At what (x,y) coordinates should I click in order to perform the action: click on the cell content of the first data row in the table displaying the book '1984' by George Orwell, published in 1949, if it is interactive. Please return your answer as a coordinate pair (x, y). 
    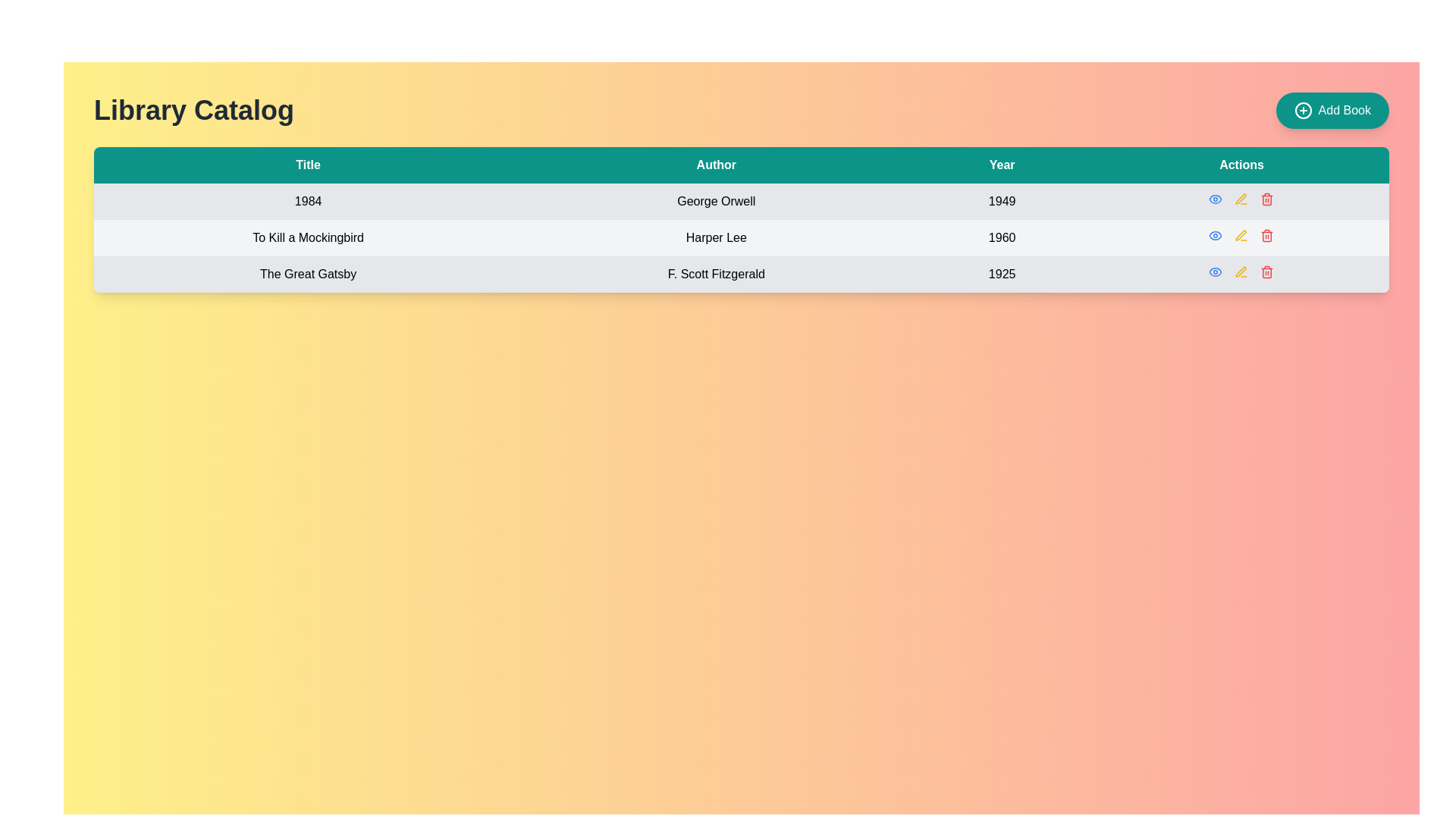
    Looking at the image, I should click on (742, 201).